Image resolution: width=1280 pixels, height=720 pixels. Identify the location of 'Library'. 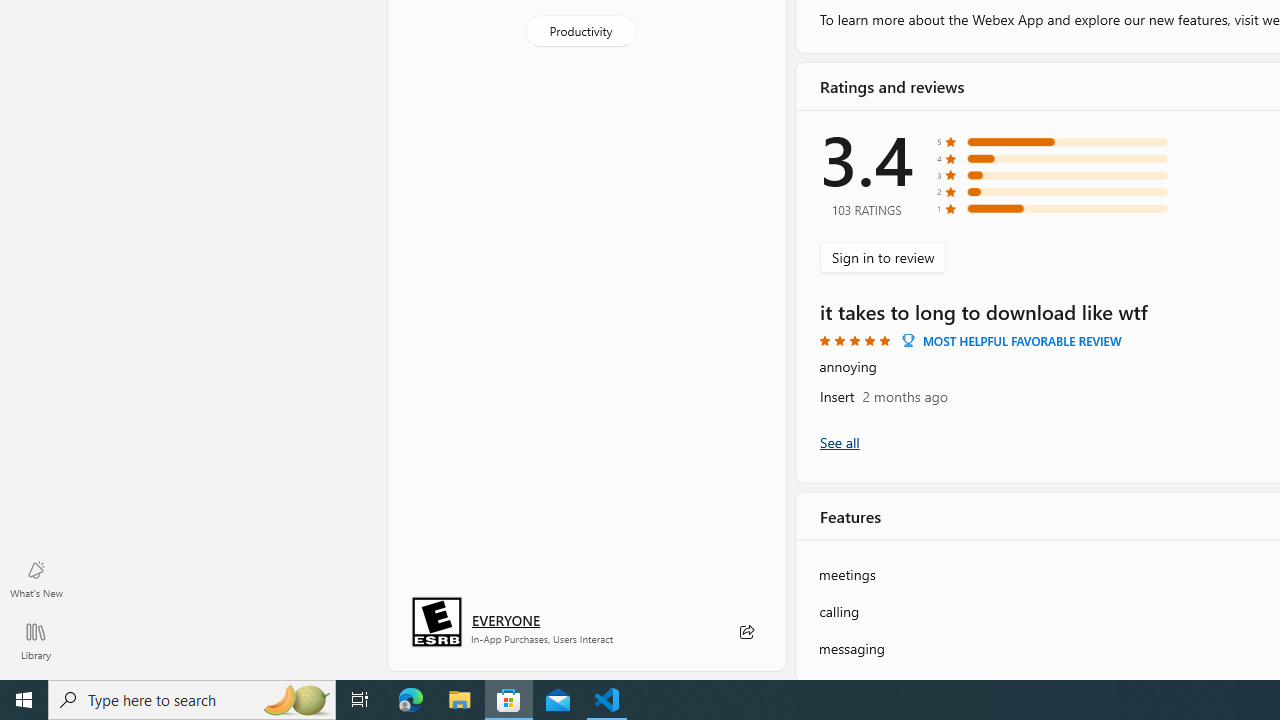
(35, 640).